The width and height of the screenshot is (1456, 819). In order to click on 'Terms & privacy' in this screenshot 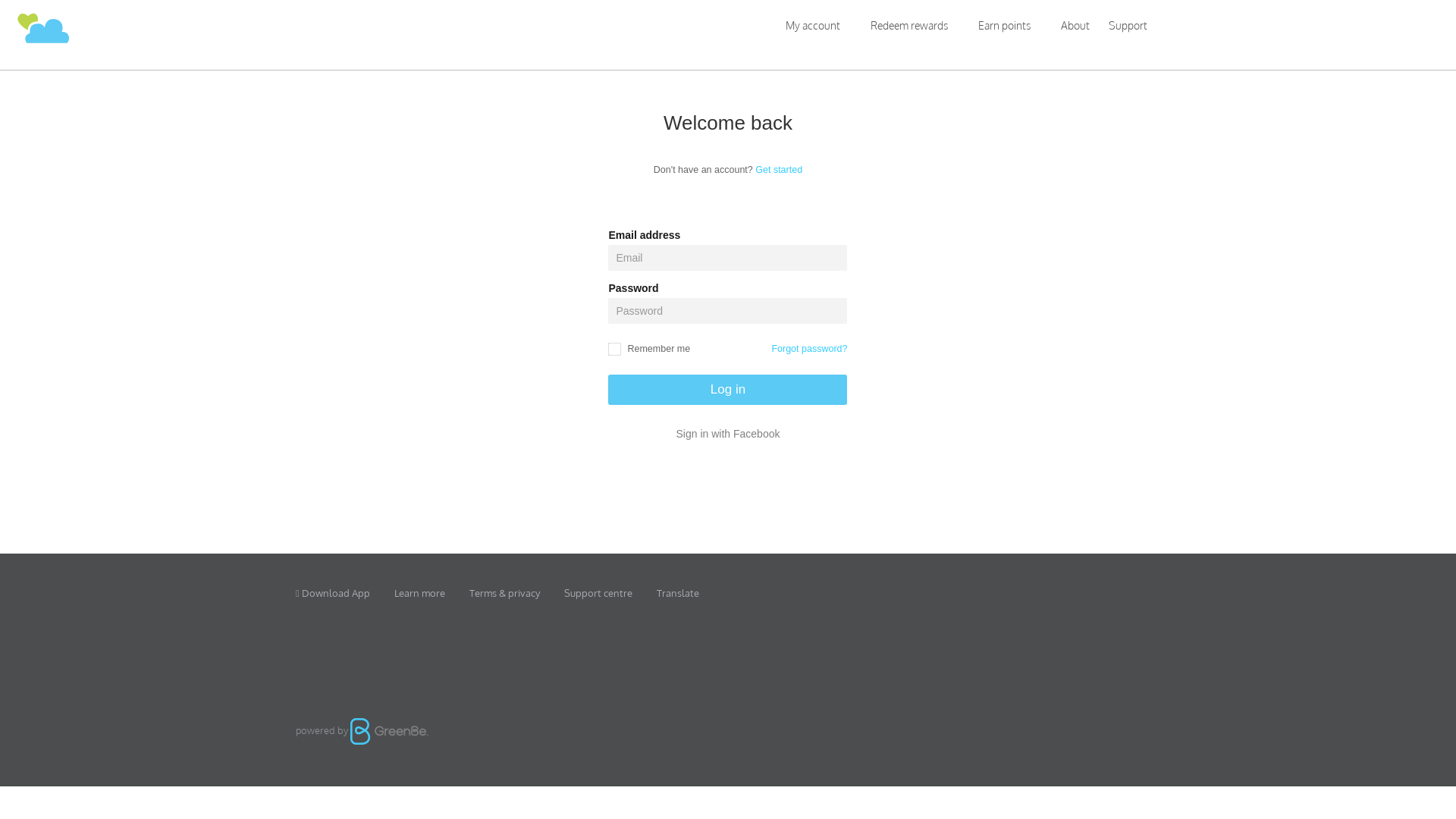, I will do `click(504, 592)`.